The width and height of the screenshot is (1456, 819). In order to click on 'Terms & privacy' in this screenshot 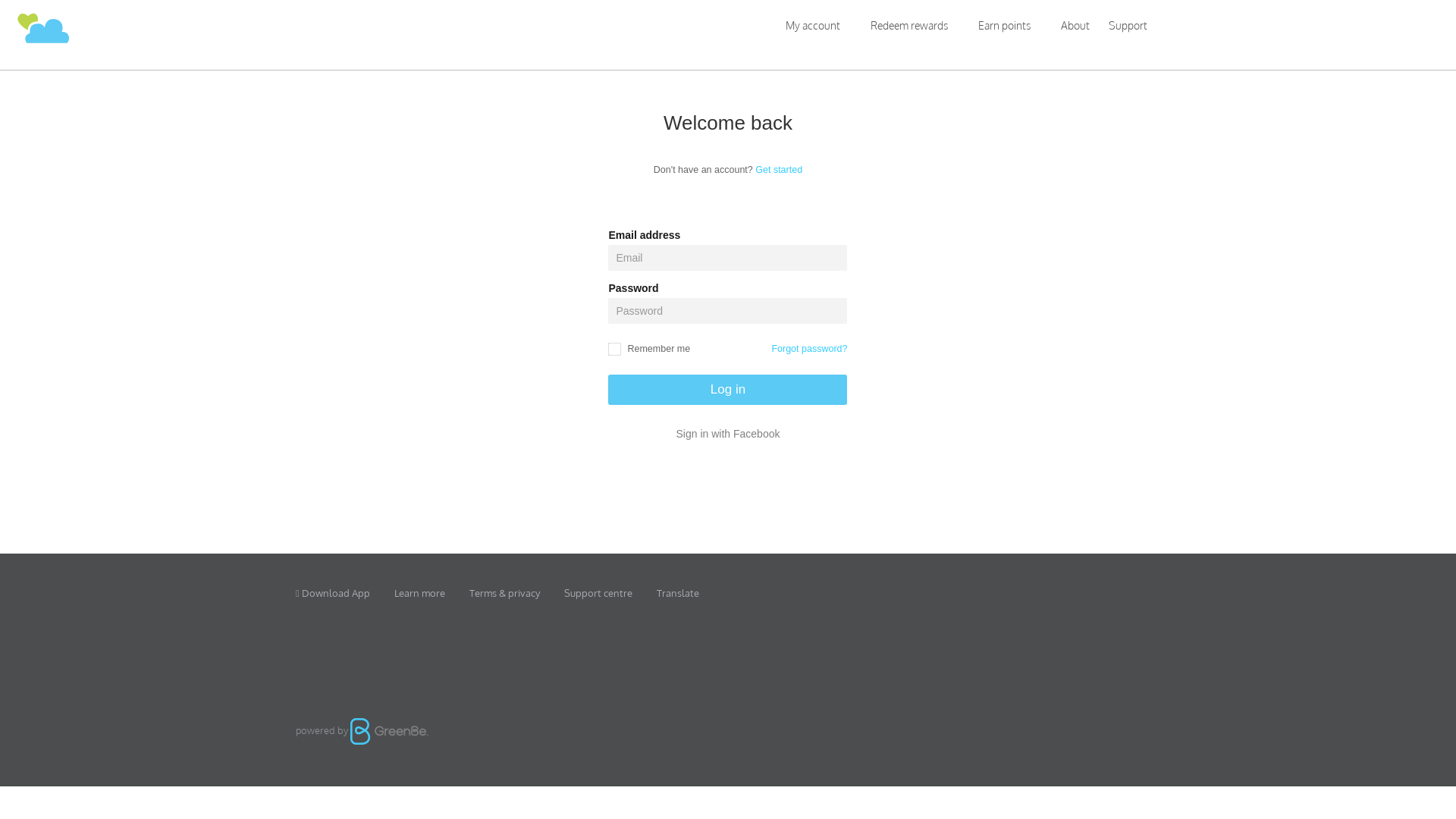, I will do `click(504, 592)`.